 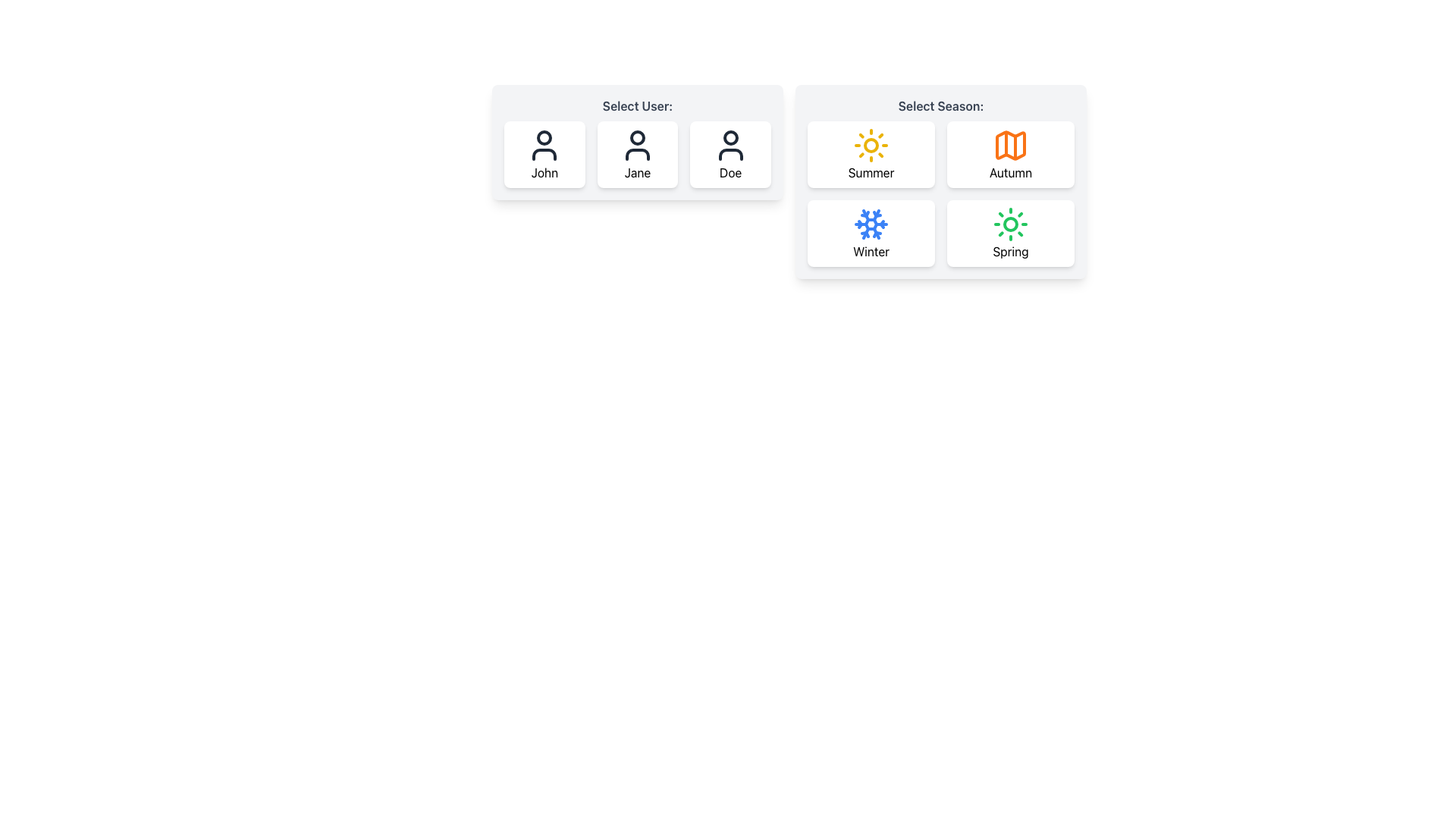 I want to click on the 'Summer' season icon in the 'Select Season' interface, which is located in the top-left section of the grid, so click(x=871, y=146).